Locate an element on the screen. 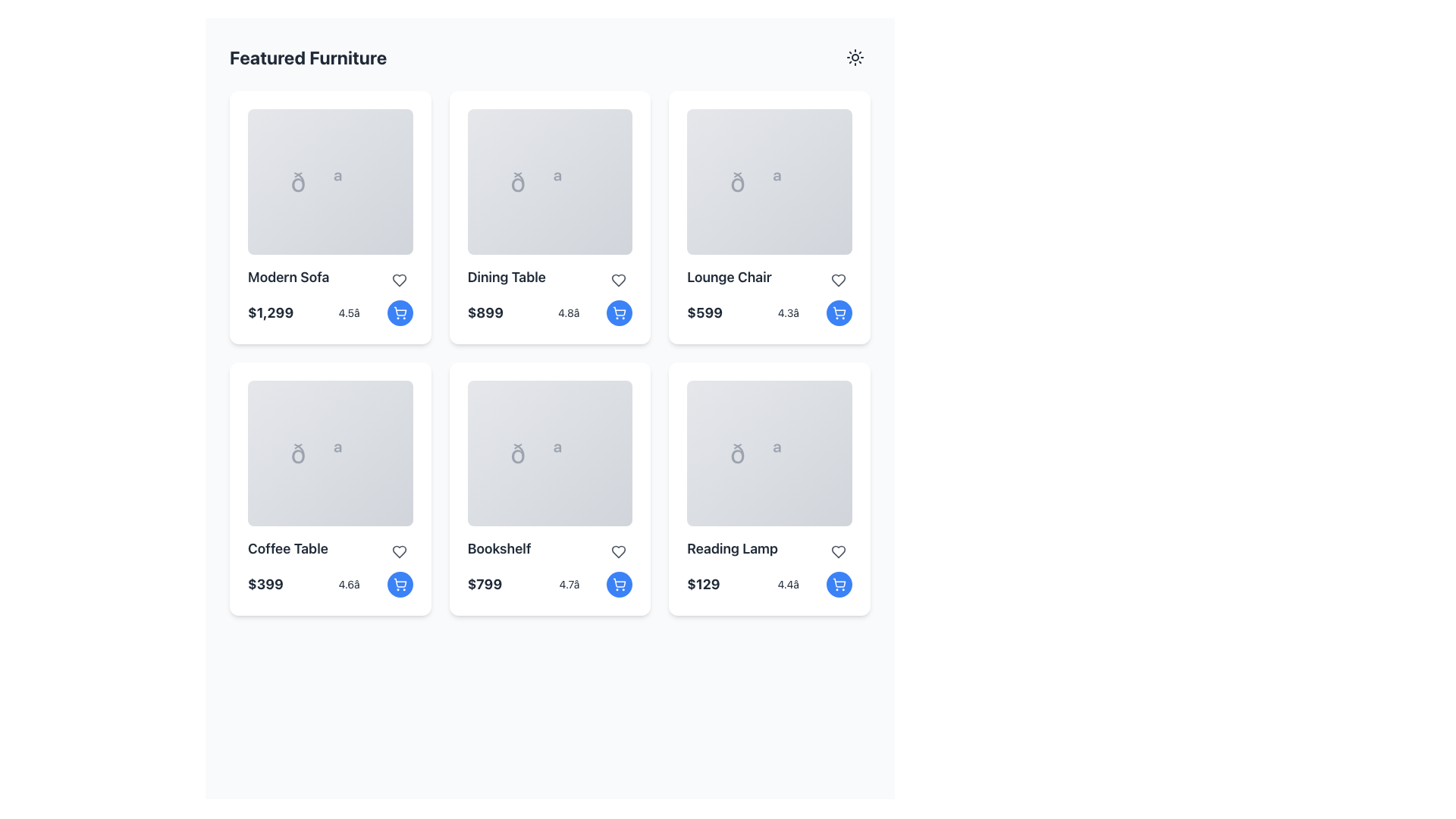  the icon representing the 'Modern Sofa' product located in the upper segment of the first card in the grid layout is located at coordinates (329, 180).